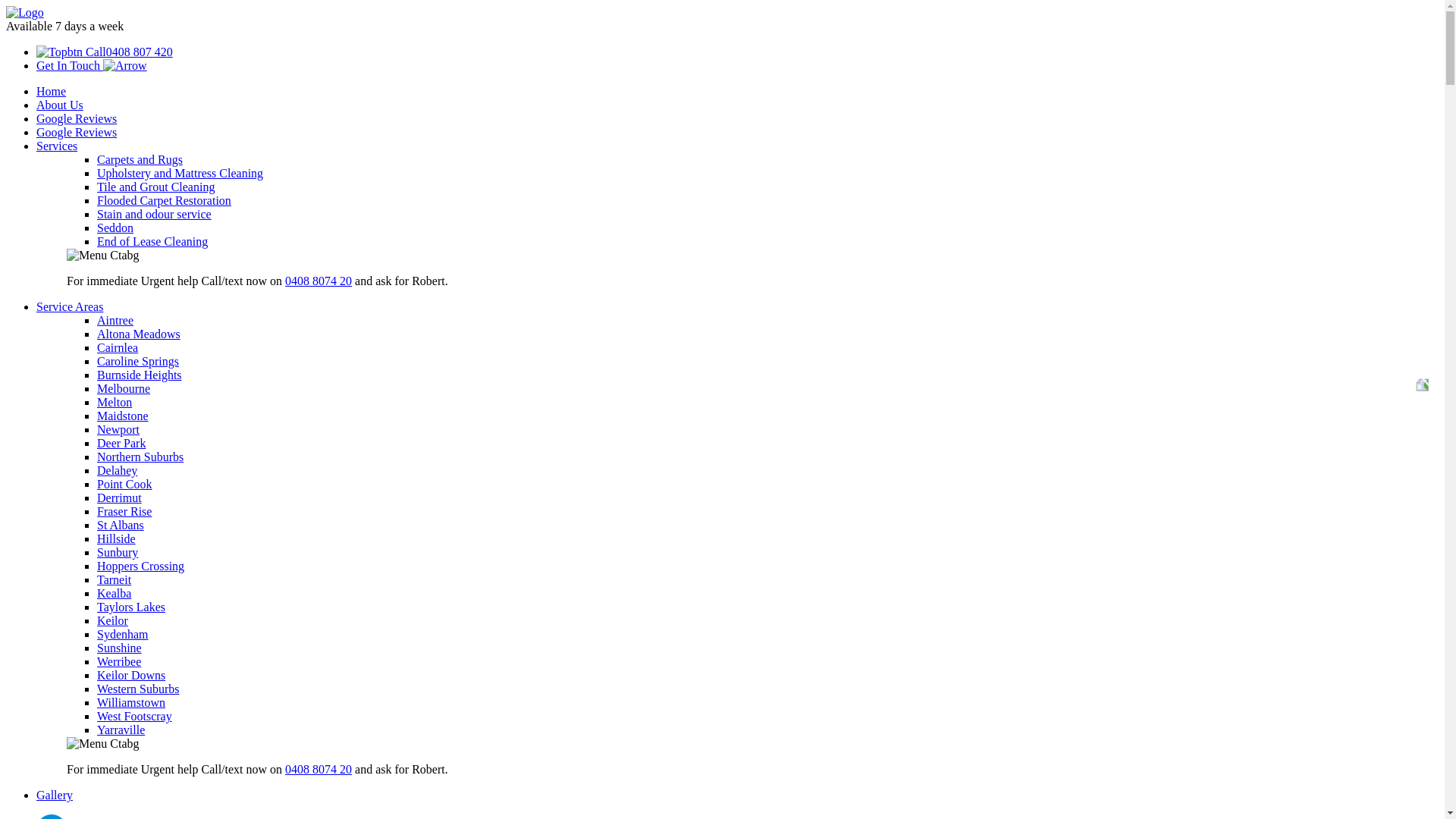  Describe the element at coordinates (36, 118) in the screenshot. I see `'Google Reviews'` at that location.